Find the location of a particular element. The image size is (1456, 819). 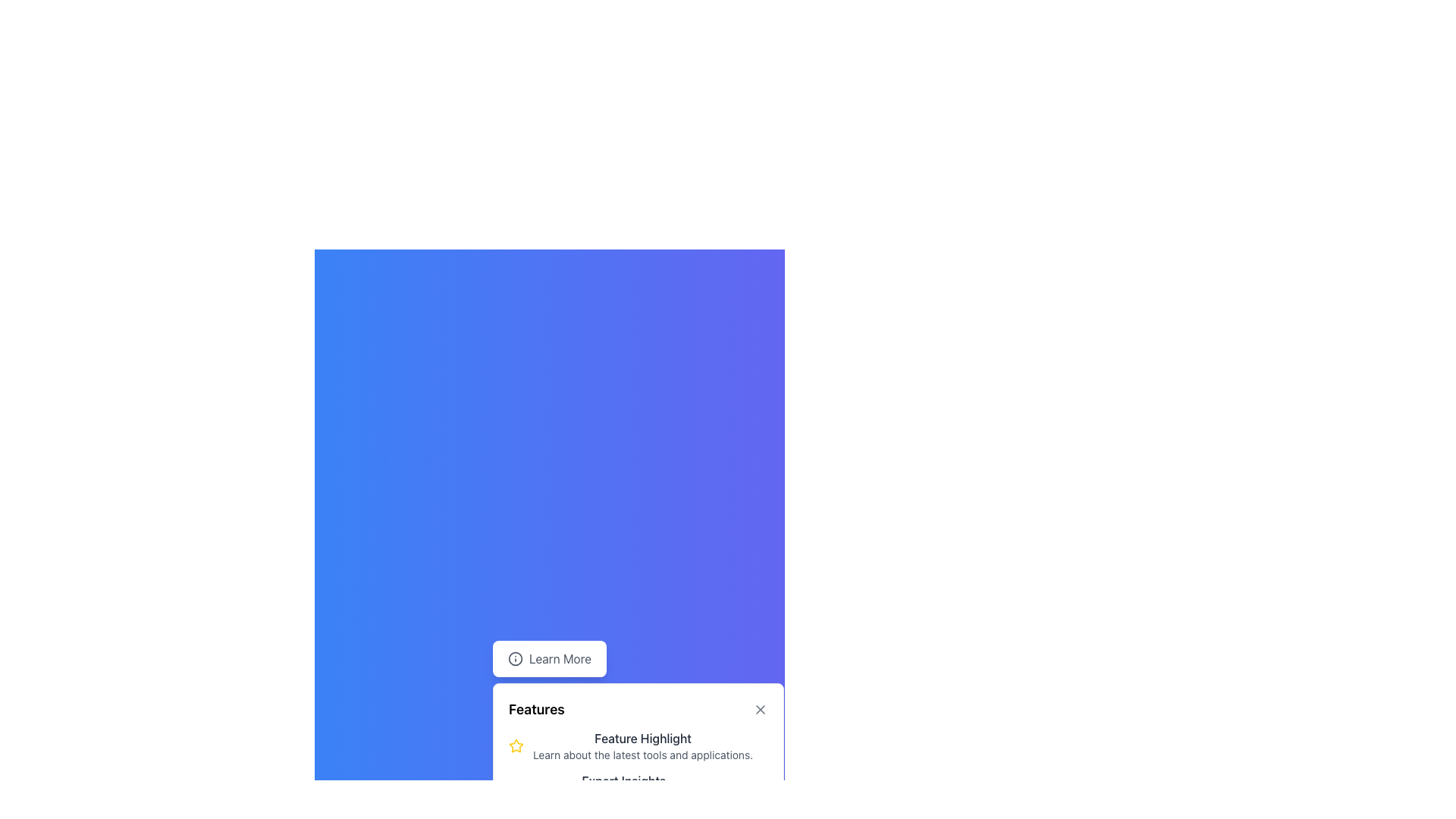

the bold text label reading 'Features' located in the top-left section of the popup, styled with a larger font size against a gradient blue background is located at coordinates (536, 710).